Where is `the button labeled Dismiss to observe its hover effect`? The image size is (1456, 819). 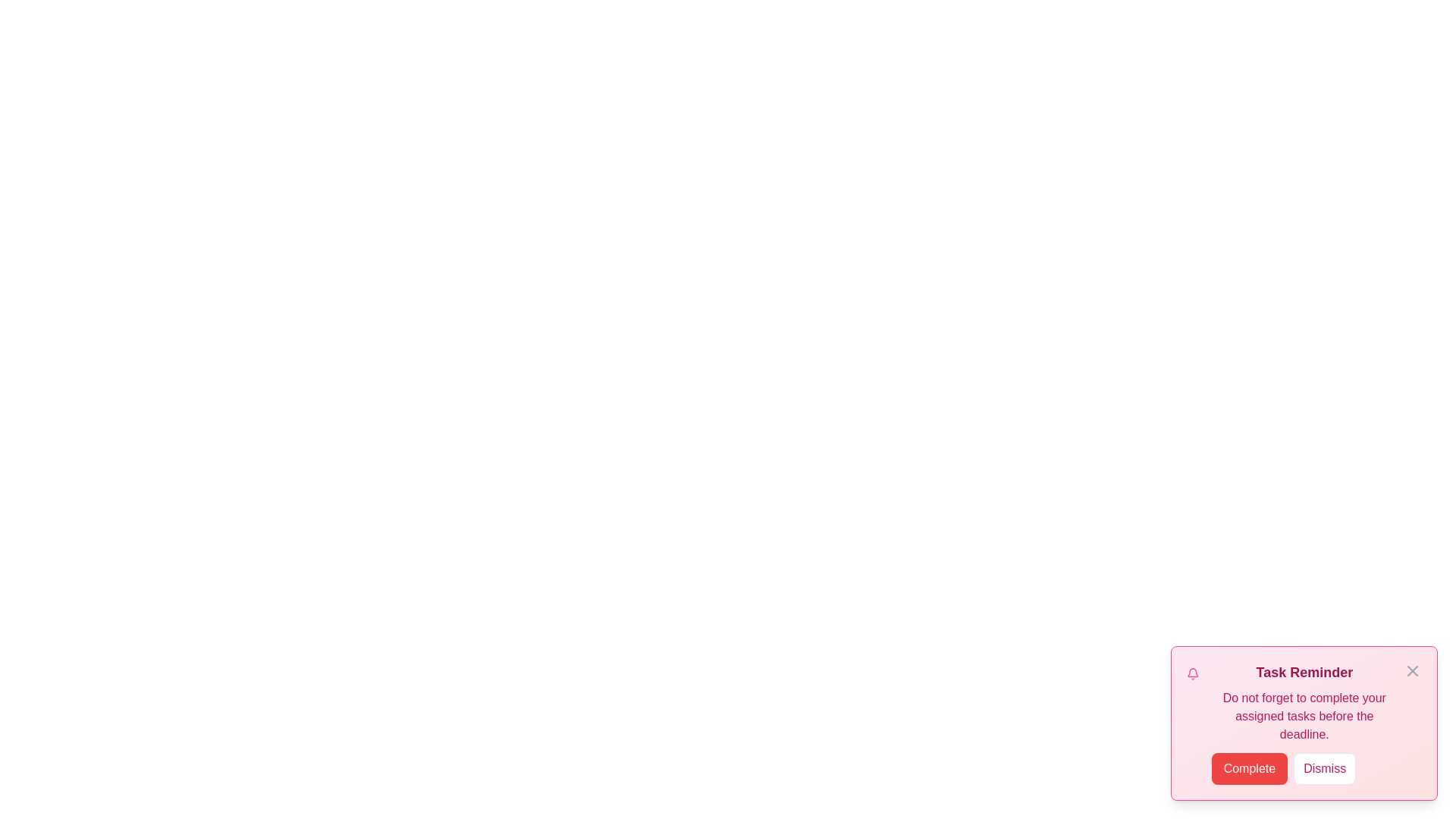 the button labeled Dismiss to observe its hover effect is located at coordinates (1324, 769).